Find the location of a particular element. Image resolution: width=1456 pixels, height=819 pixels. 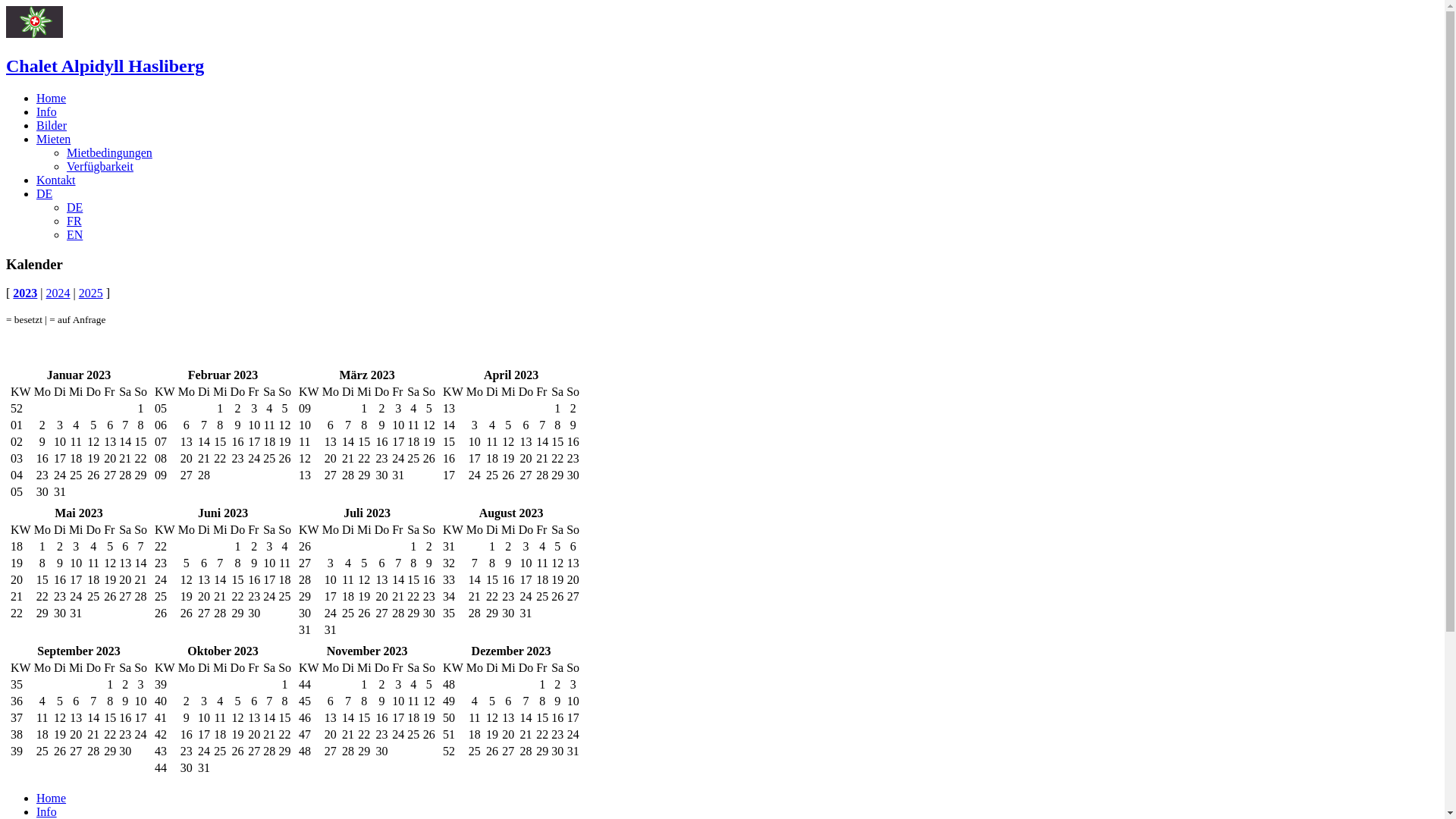

'2025' is located at coordinates (90, 293).